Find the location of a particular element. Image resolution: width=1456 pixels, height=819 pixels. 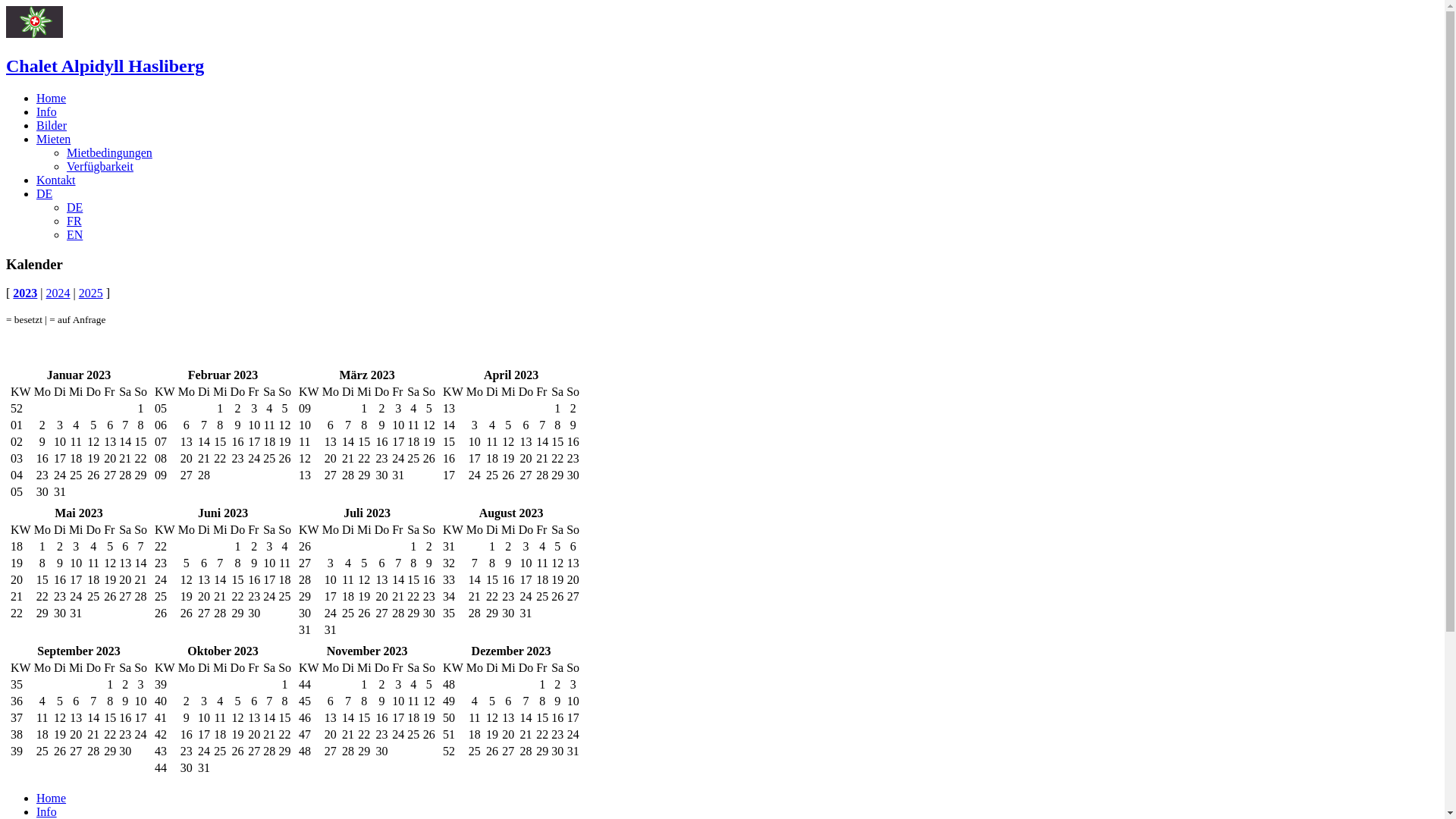

'2025' is located at coordinates (90, 293).